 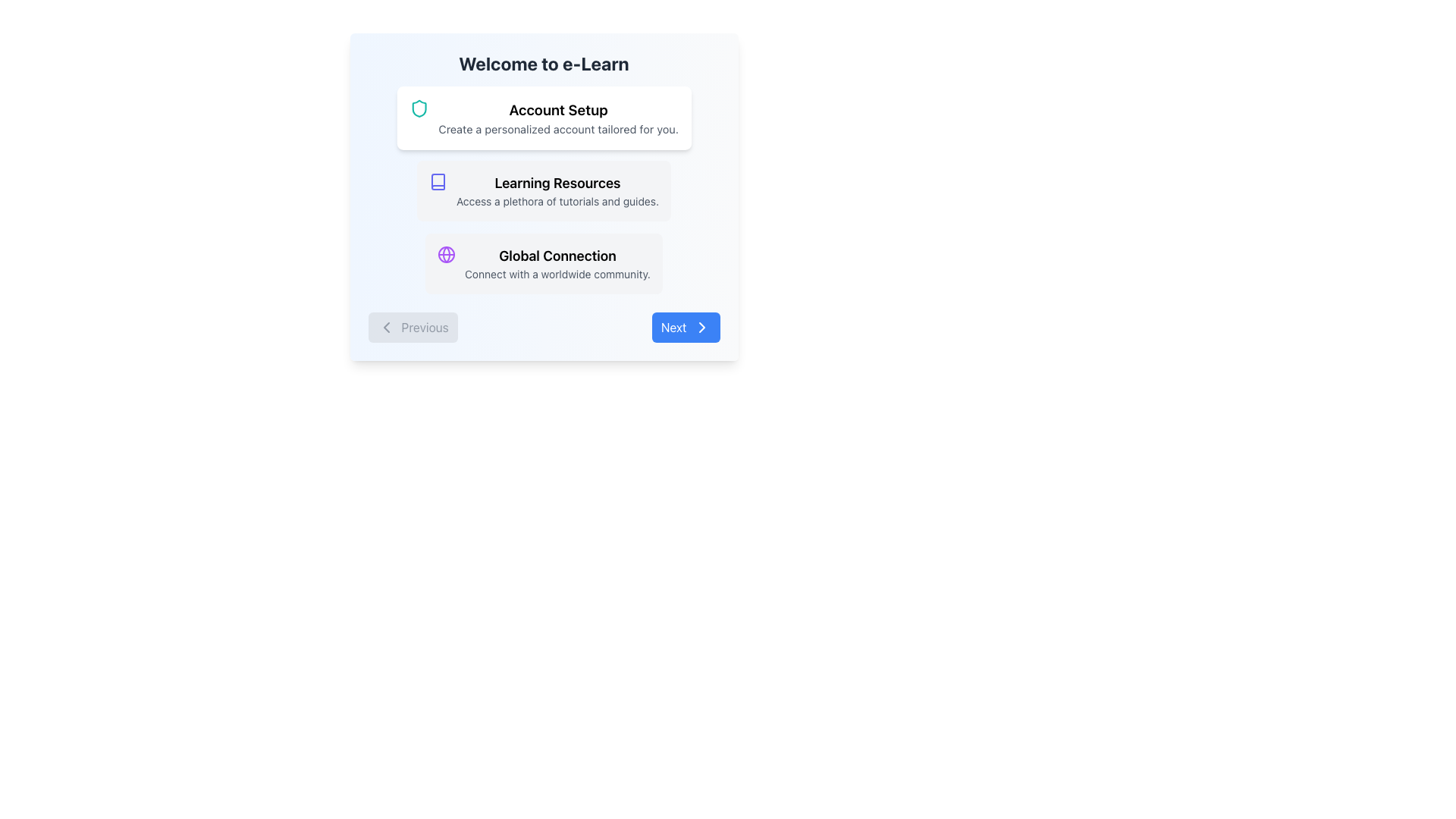 What do you see at coordinates (544, 327) in the screenshot?
I see `the Navigation Bar buttons at the bottom of the content area` at bounding box center [544, 327].